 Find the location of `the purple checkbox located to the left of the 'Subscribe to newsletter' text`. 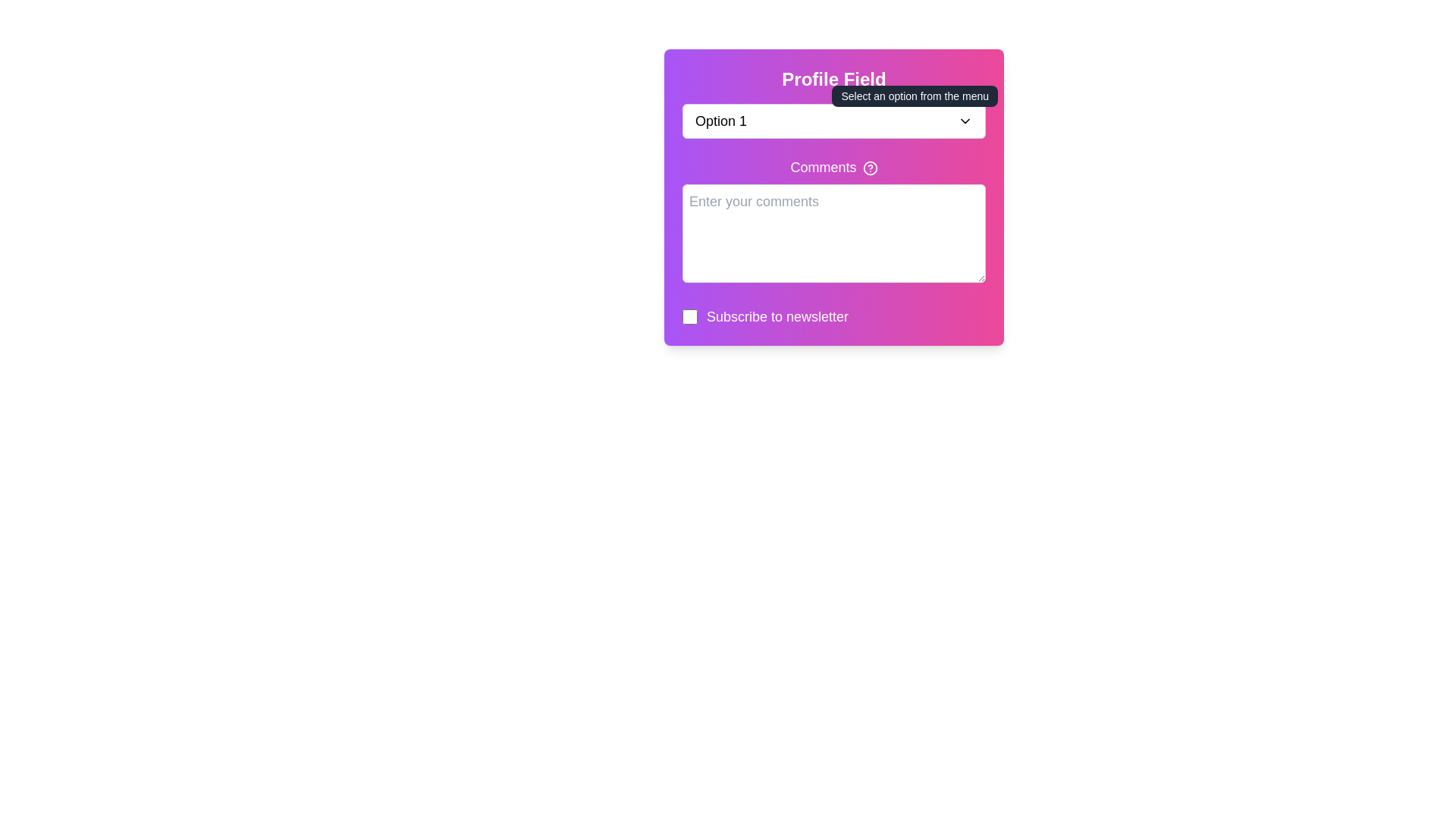

the purple checkbox located to the left of the 'Subscribe to newsletter' text is located at coordinates (689, 315).